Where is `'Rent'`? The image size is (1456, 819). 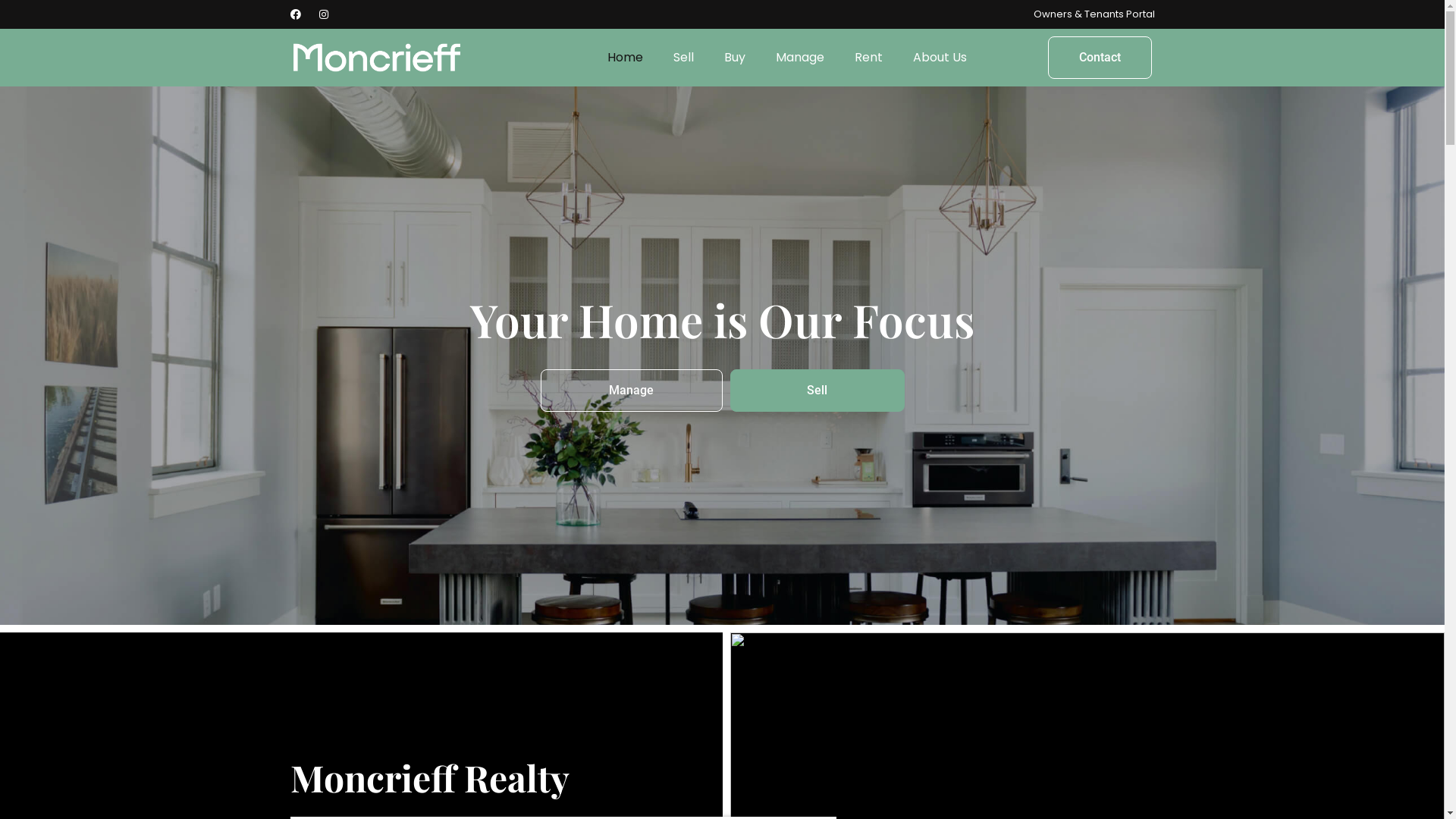 'Rent' is located at coordinates (868, 57).